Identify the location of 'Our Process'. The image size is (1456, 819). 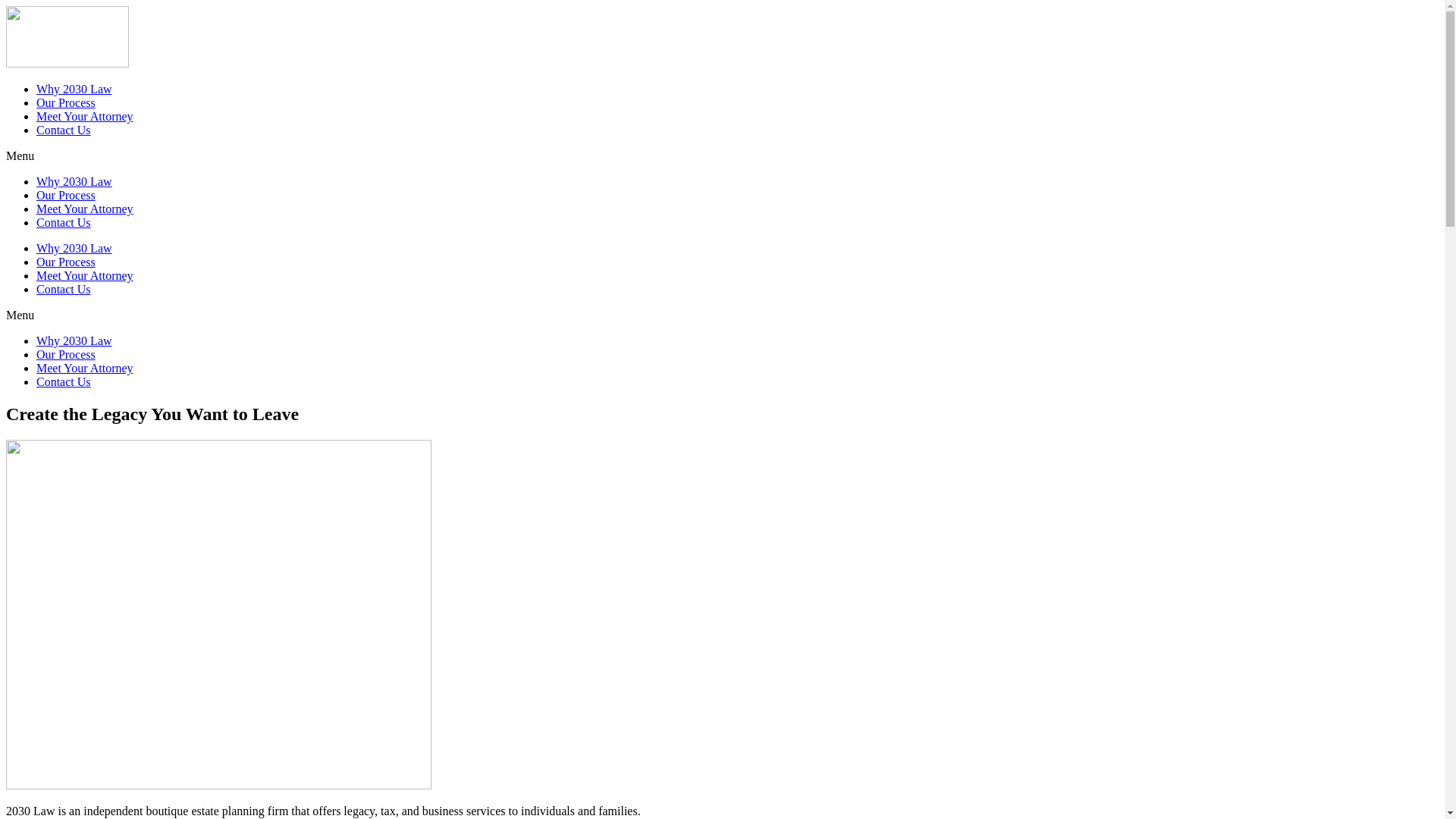
(64, 102).